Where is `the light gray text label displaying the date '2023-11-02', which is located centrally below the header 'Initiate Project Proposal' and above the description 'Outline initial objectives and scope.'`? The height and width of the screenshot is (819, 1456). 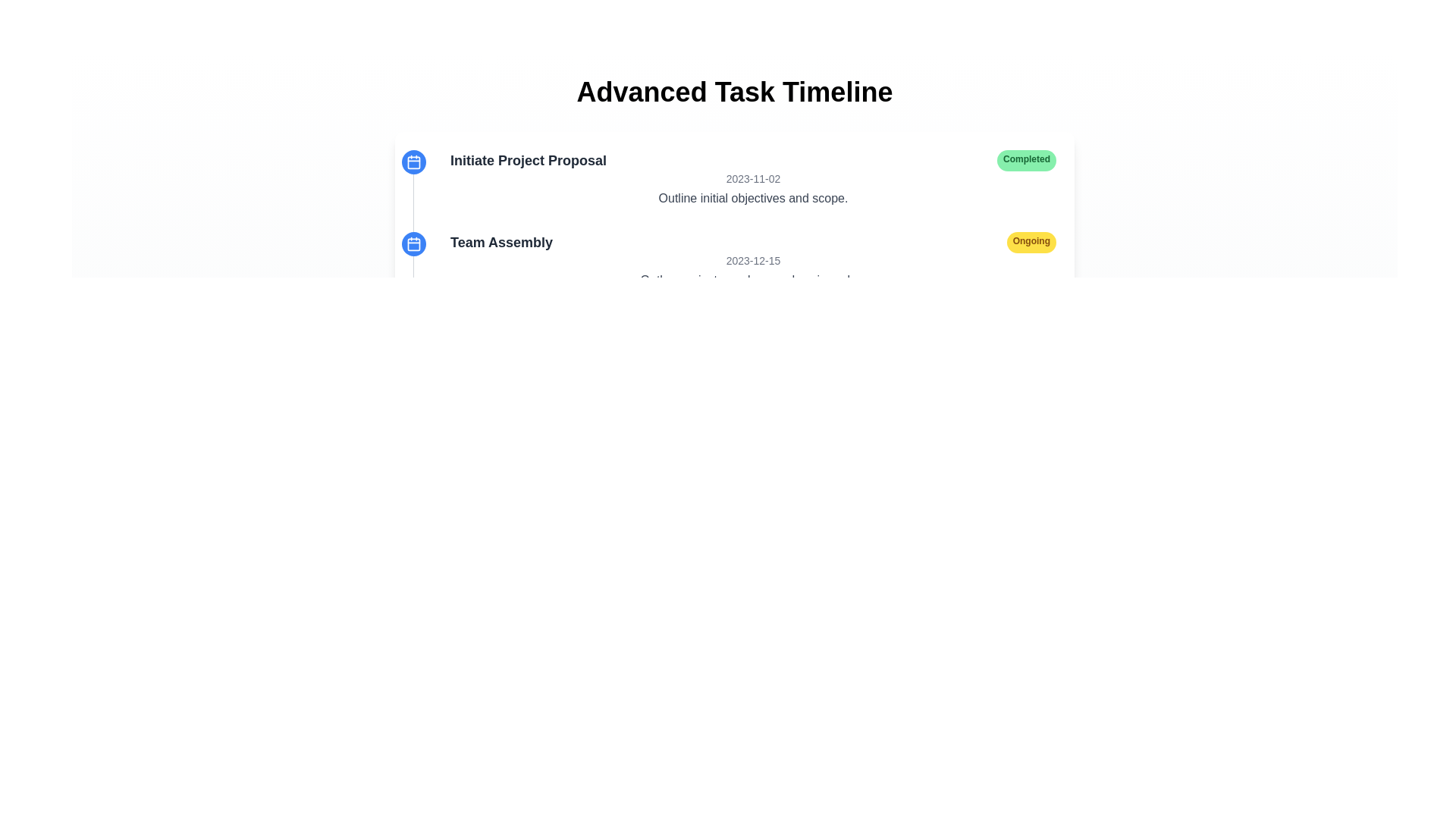 the light gray text label displaying the date '2023-11-02', which is located centrally below the header 'Initiate Project Proposal' and above the description 'Outline initial objectives and scope.' is located at coordinates (753, 177).